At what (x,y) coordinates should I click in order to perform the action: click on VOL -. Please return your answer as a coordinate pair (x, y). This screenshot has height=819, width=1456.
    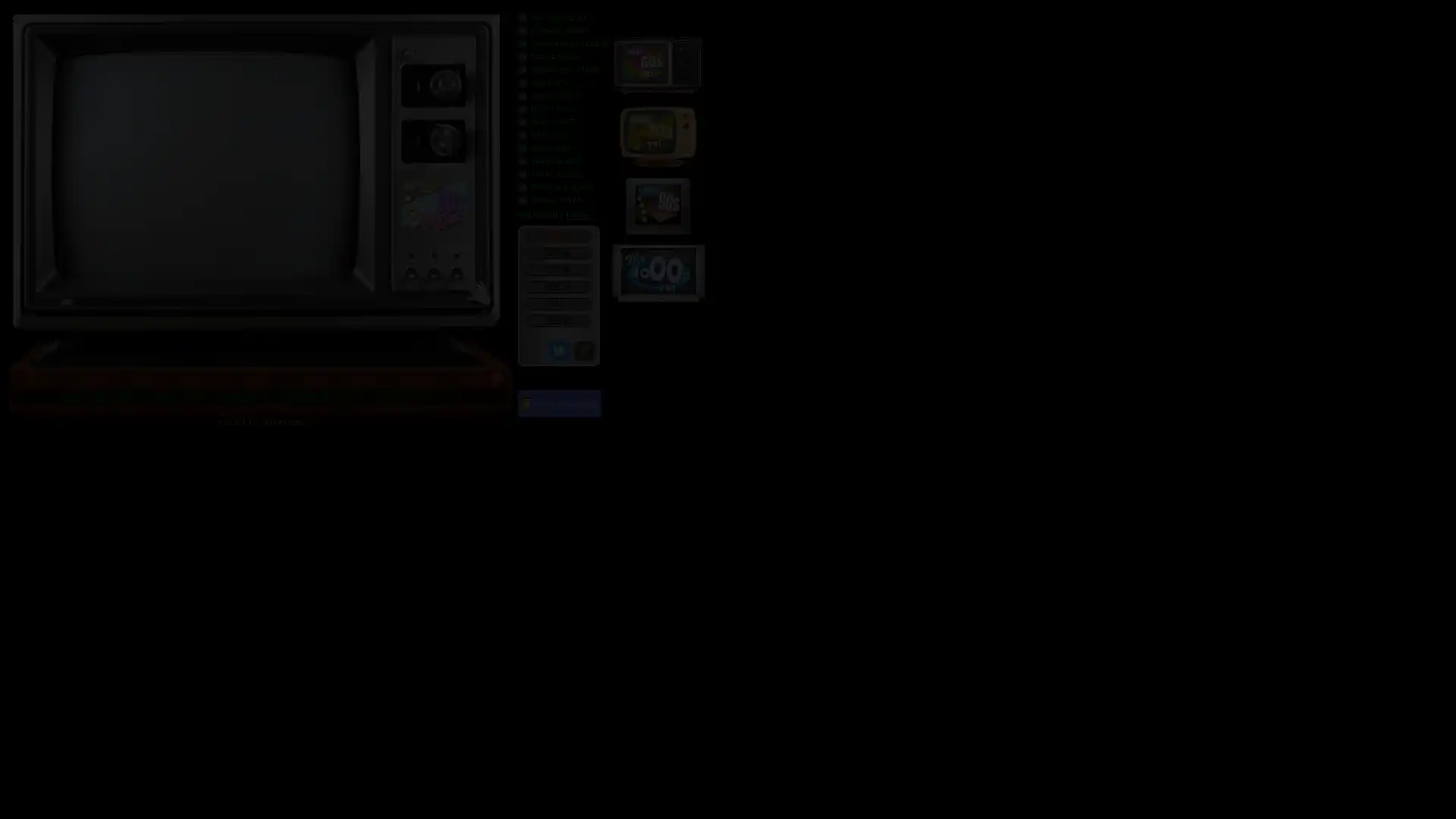
    Looking at the image, I should click on (557, 303).